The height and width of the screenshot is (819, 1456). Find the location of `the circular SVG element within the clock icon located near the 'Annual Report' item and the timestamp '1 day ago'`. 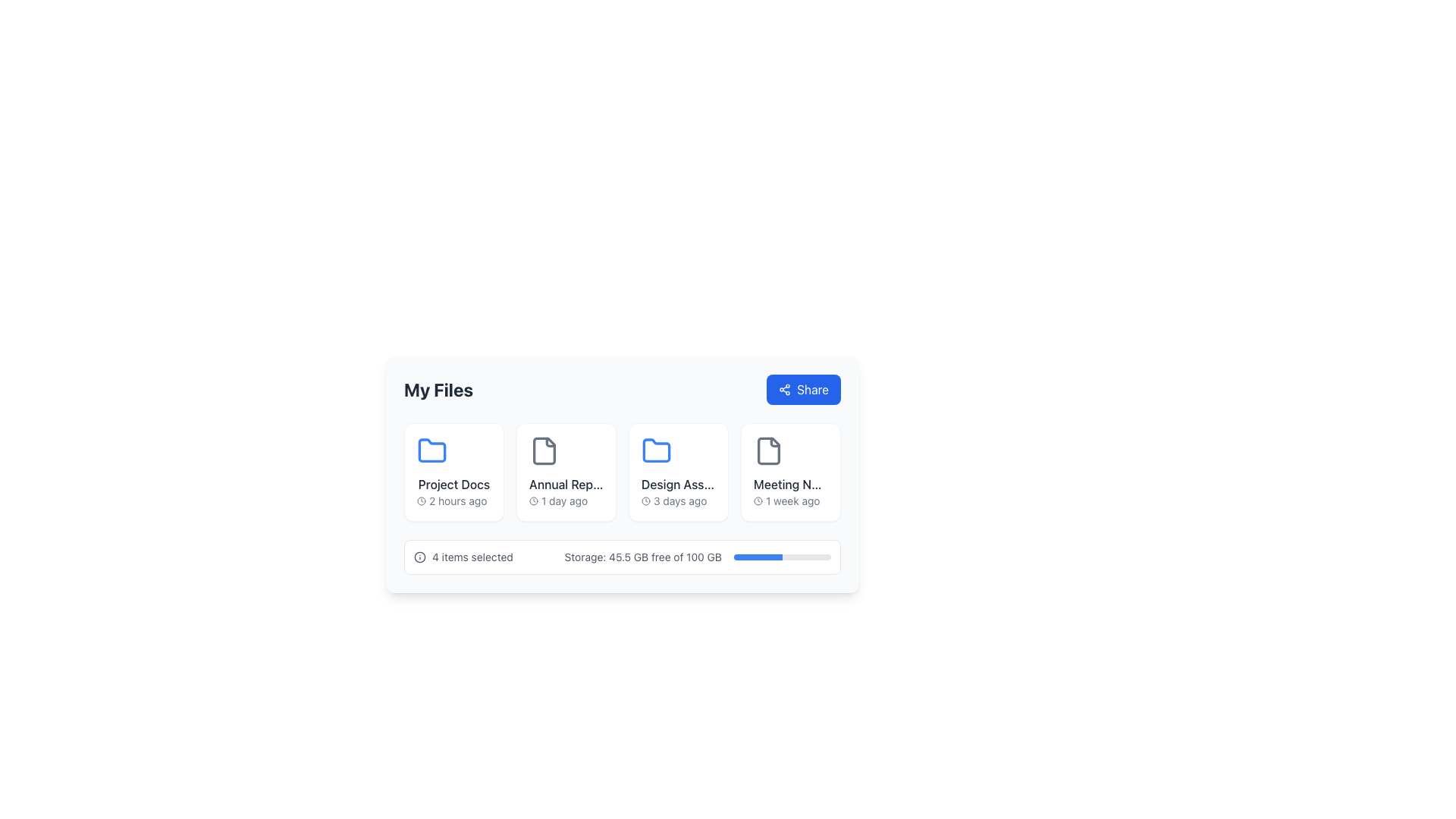

the circular SVG element within the clock icon located near the 'Annual Report' item and the timestamp '1 day ago' is located at coordinates (534, 500).